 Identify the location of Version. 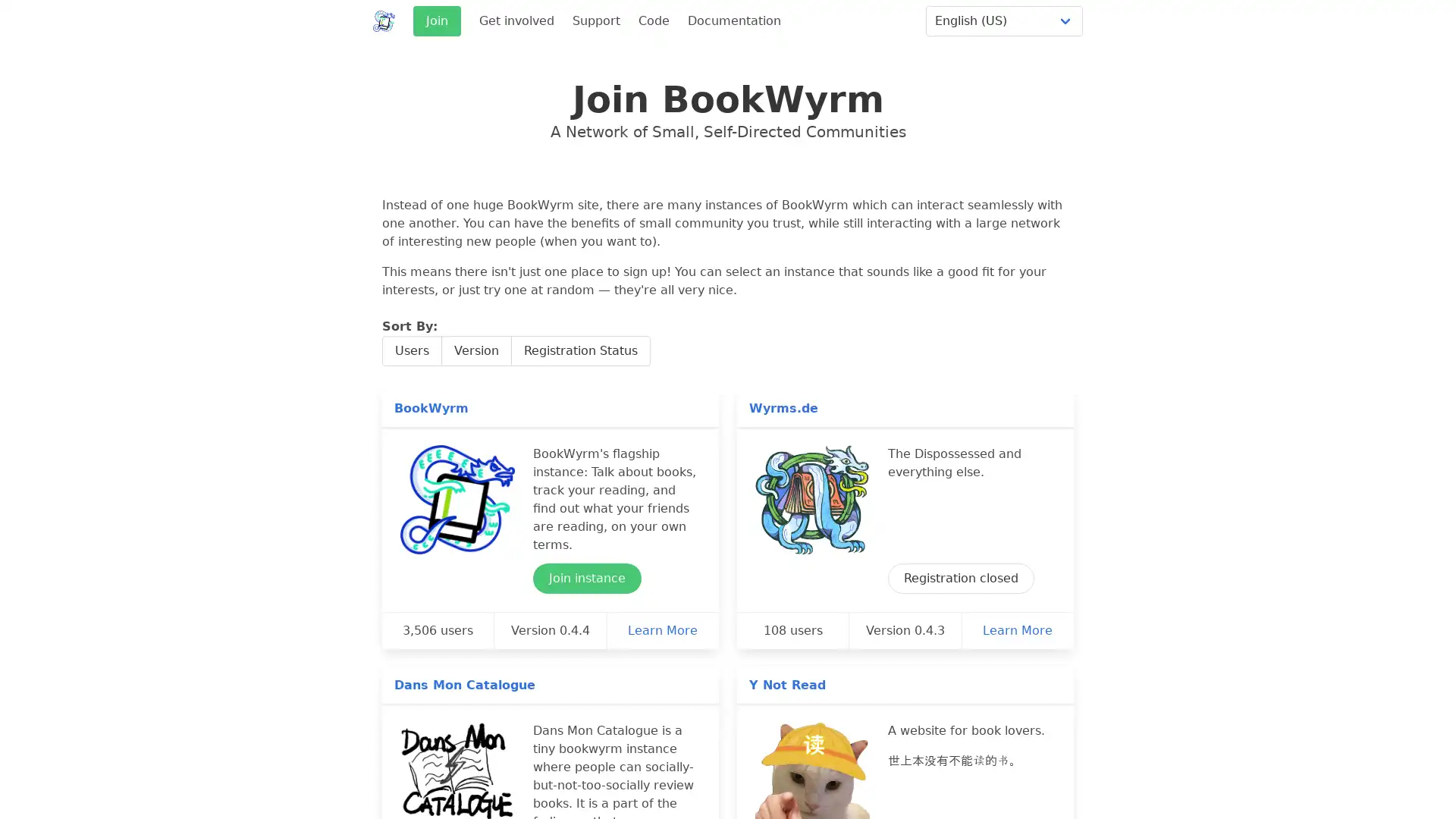
(475, 350).